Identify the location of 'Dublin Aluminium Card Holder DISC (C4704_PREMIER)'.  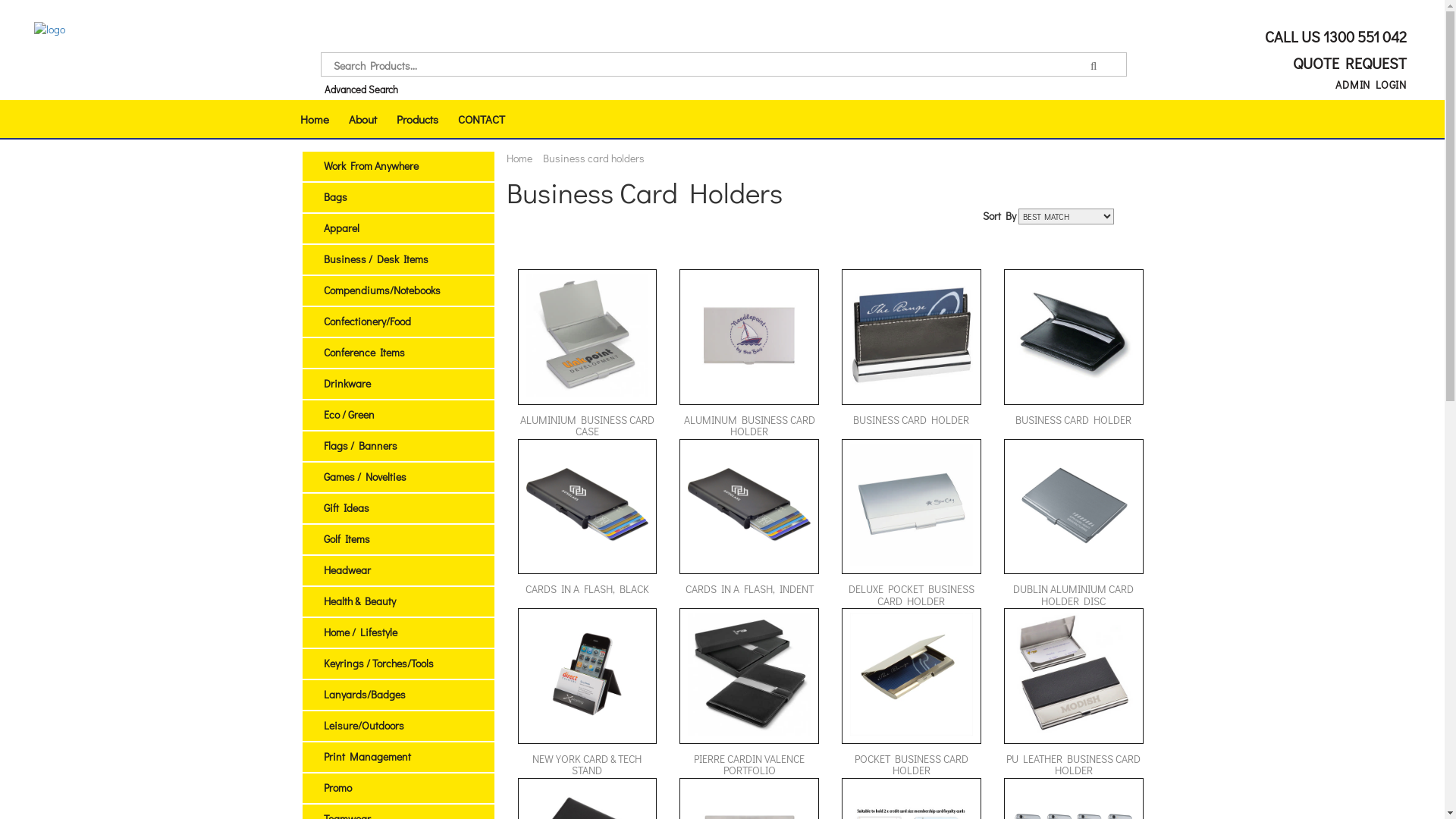
(1073, 505).